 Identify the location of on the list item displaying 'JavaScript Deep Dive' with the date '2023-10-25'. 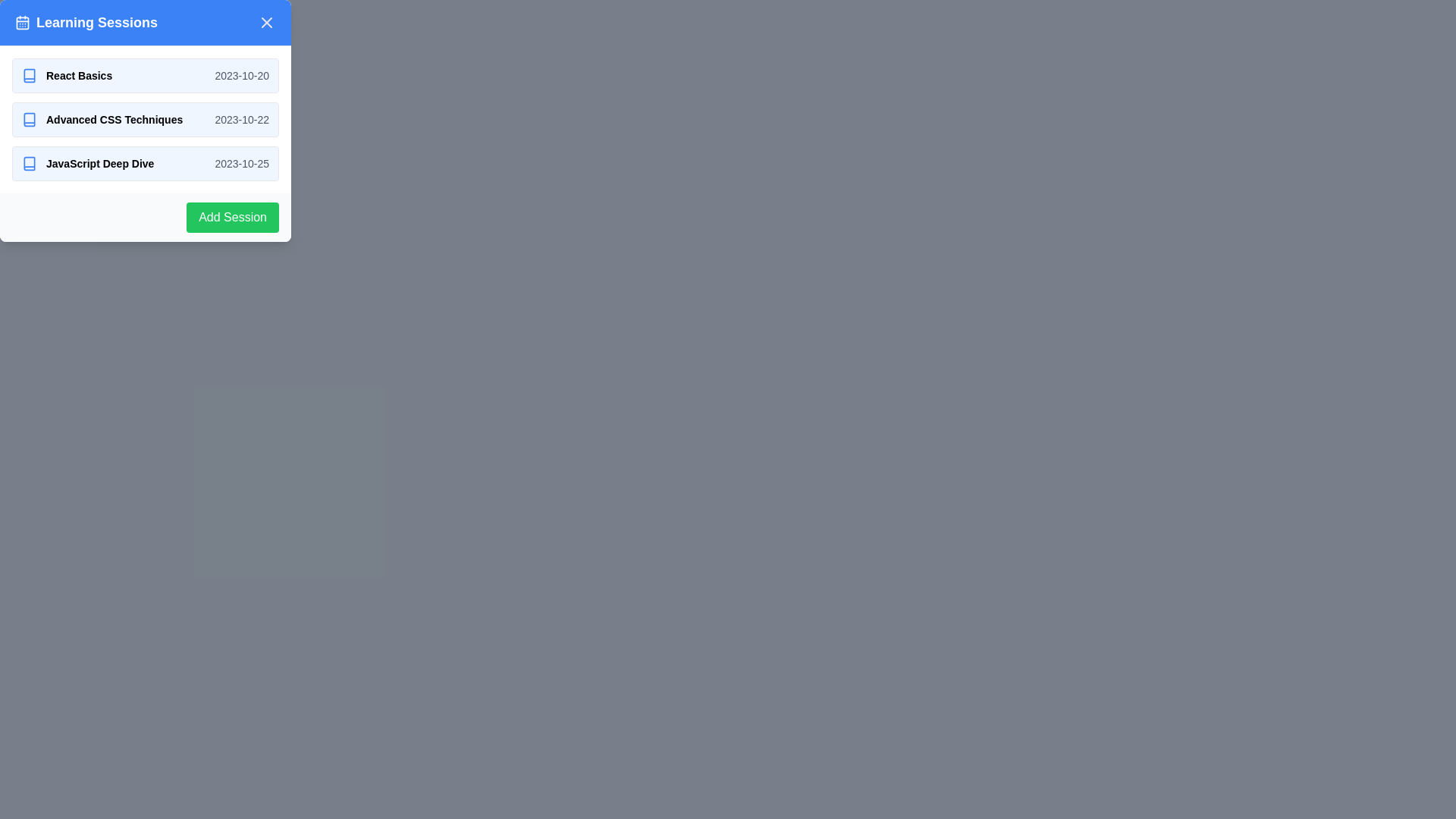
(146, 164).